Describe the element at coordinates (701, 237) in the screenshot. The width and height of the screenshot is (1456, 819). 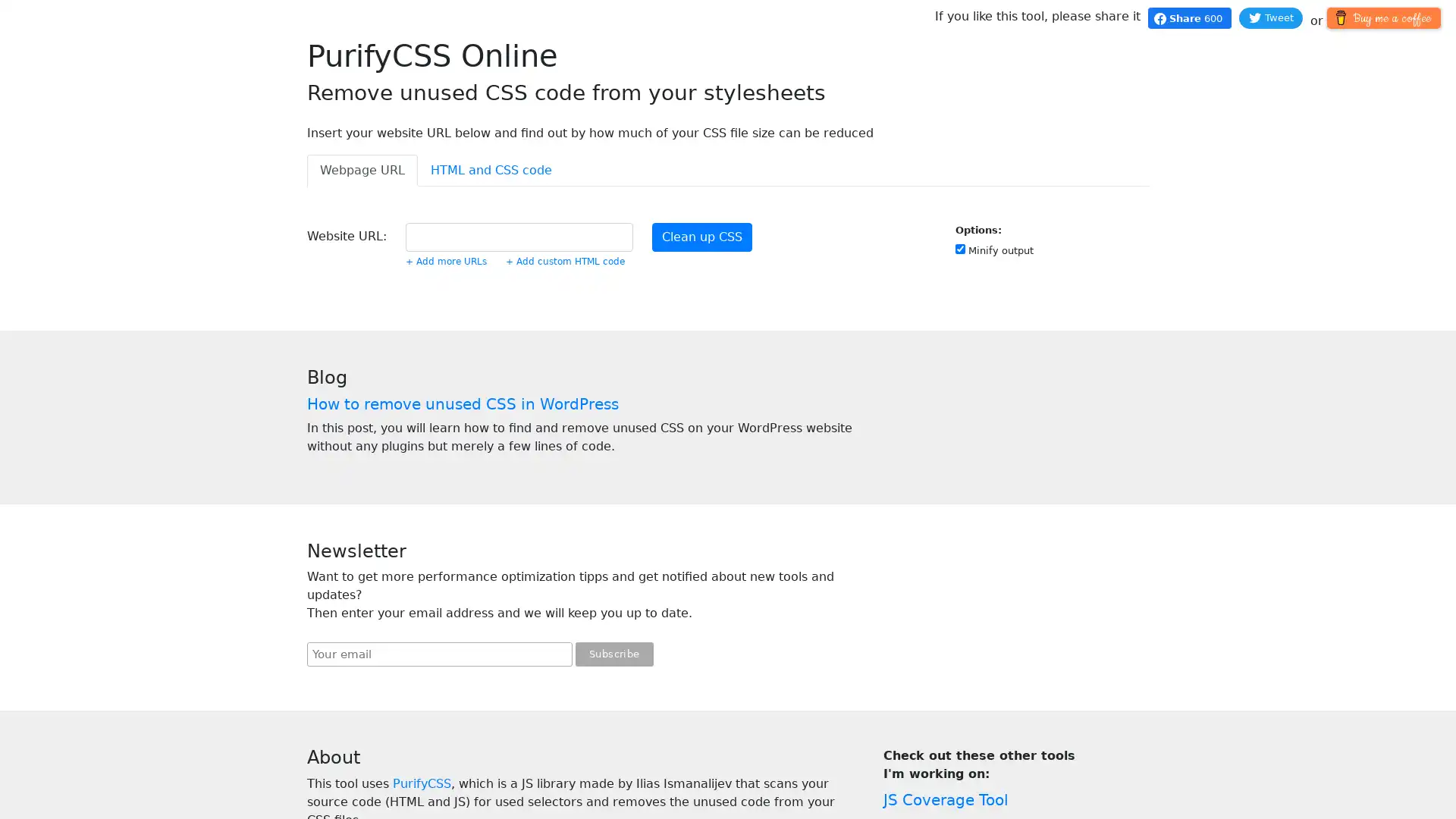
I see `Clean up CSS` at that location.